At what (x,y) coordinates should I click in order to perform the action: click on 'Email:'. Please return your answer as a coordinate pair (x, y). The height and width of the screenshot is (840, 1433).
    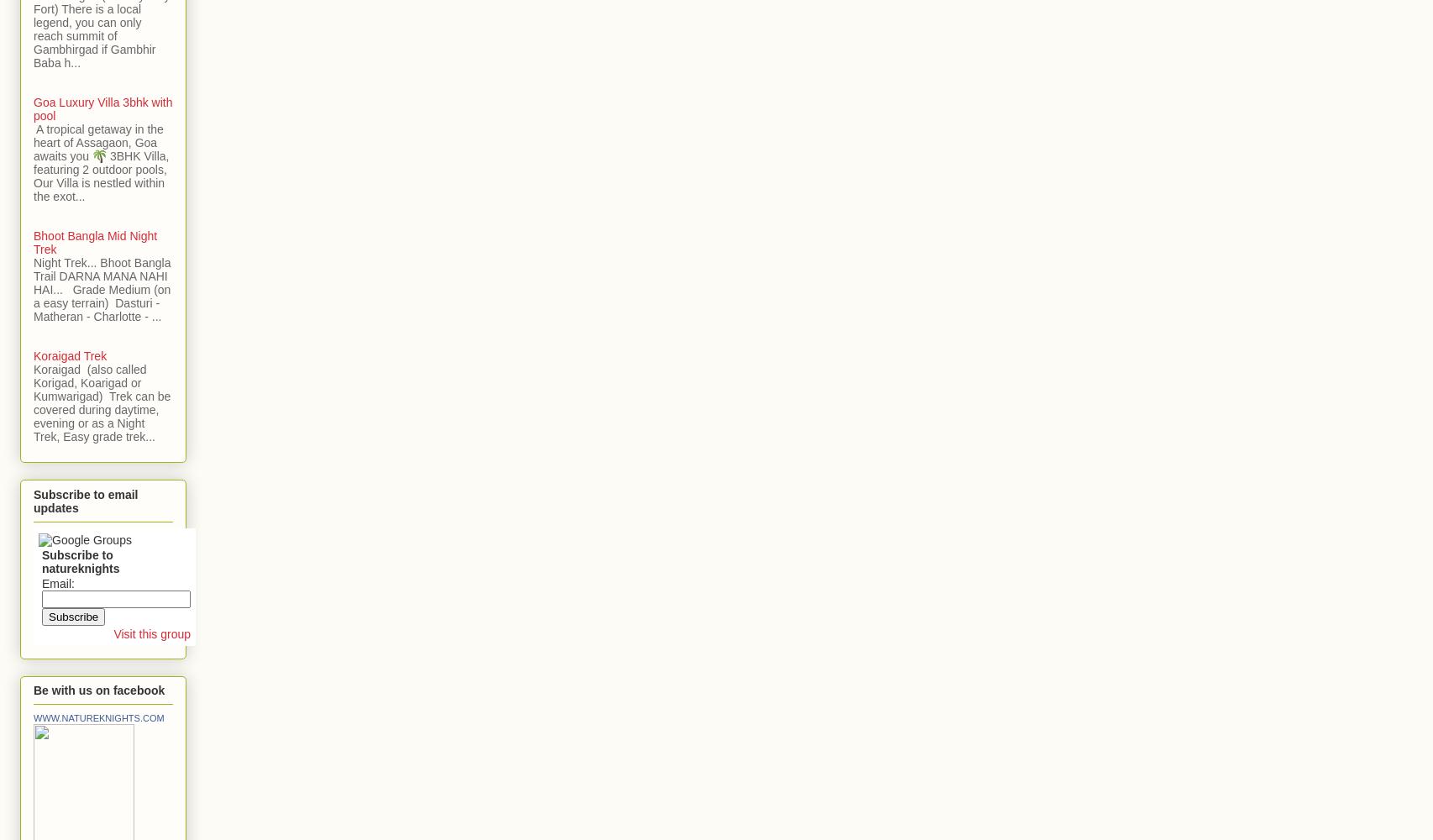
    Looking at the image, I should click on (57, 582).